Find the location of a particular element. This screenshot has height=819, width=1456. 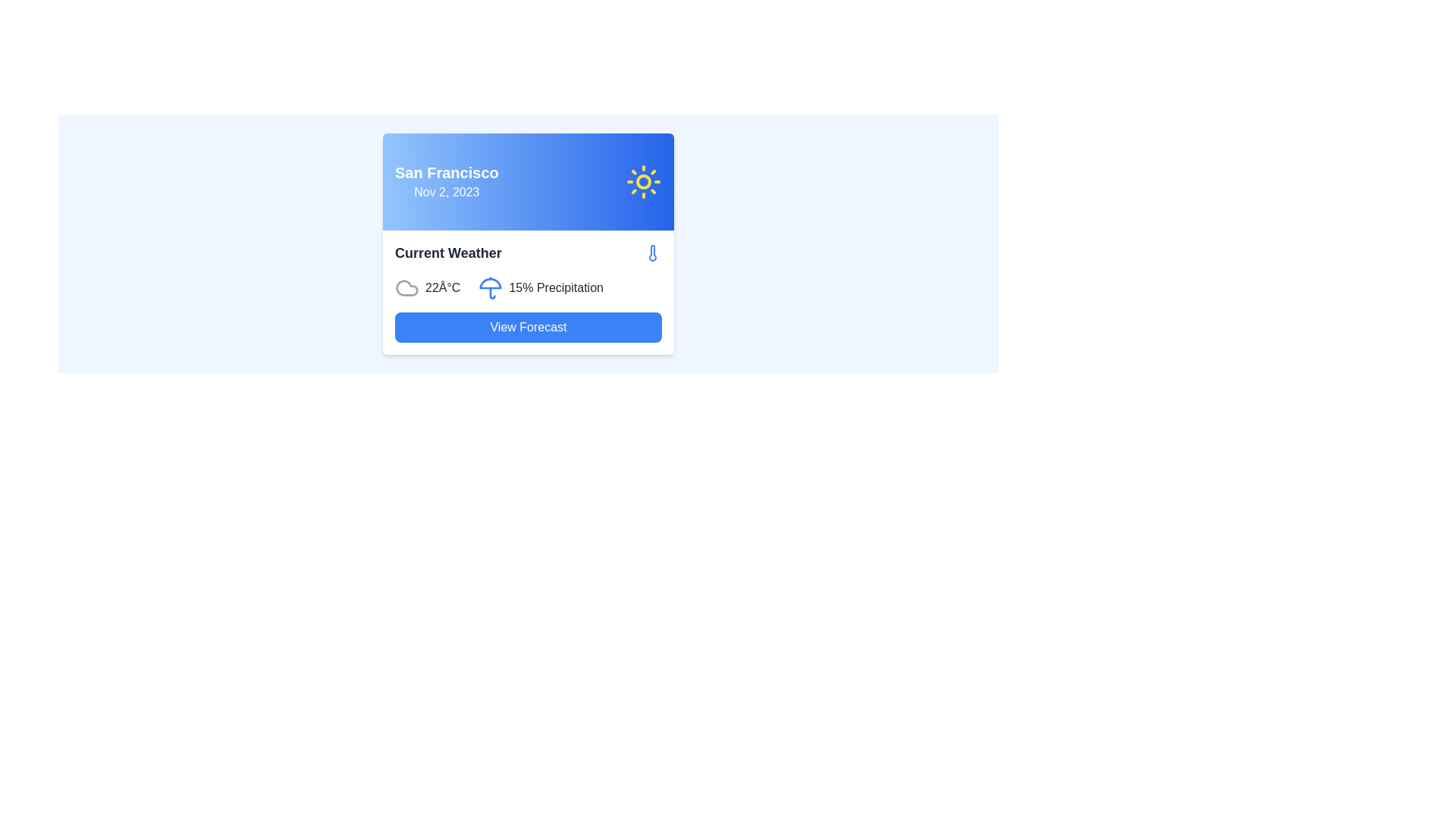

the center circle within the sun icon on the weather card located in the top-right section of the interface is located at coordinates (644, 180).